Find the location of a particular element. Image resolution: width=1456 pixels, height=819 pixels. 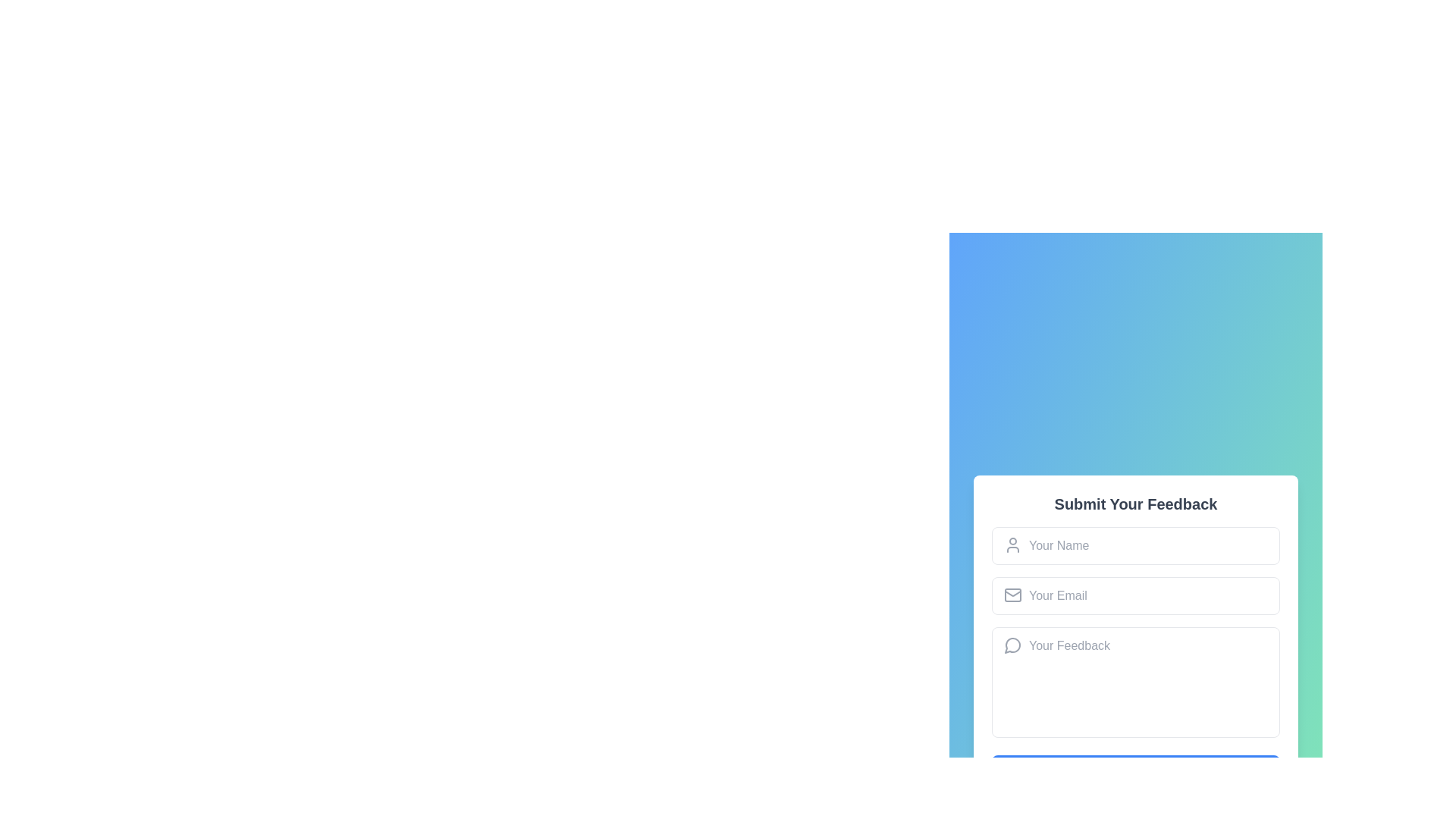

the Decorative Icon resembling an envelope located to the left of the 'Your Email' input field in the feedback form interface is located at coordinates (1012, 594).